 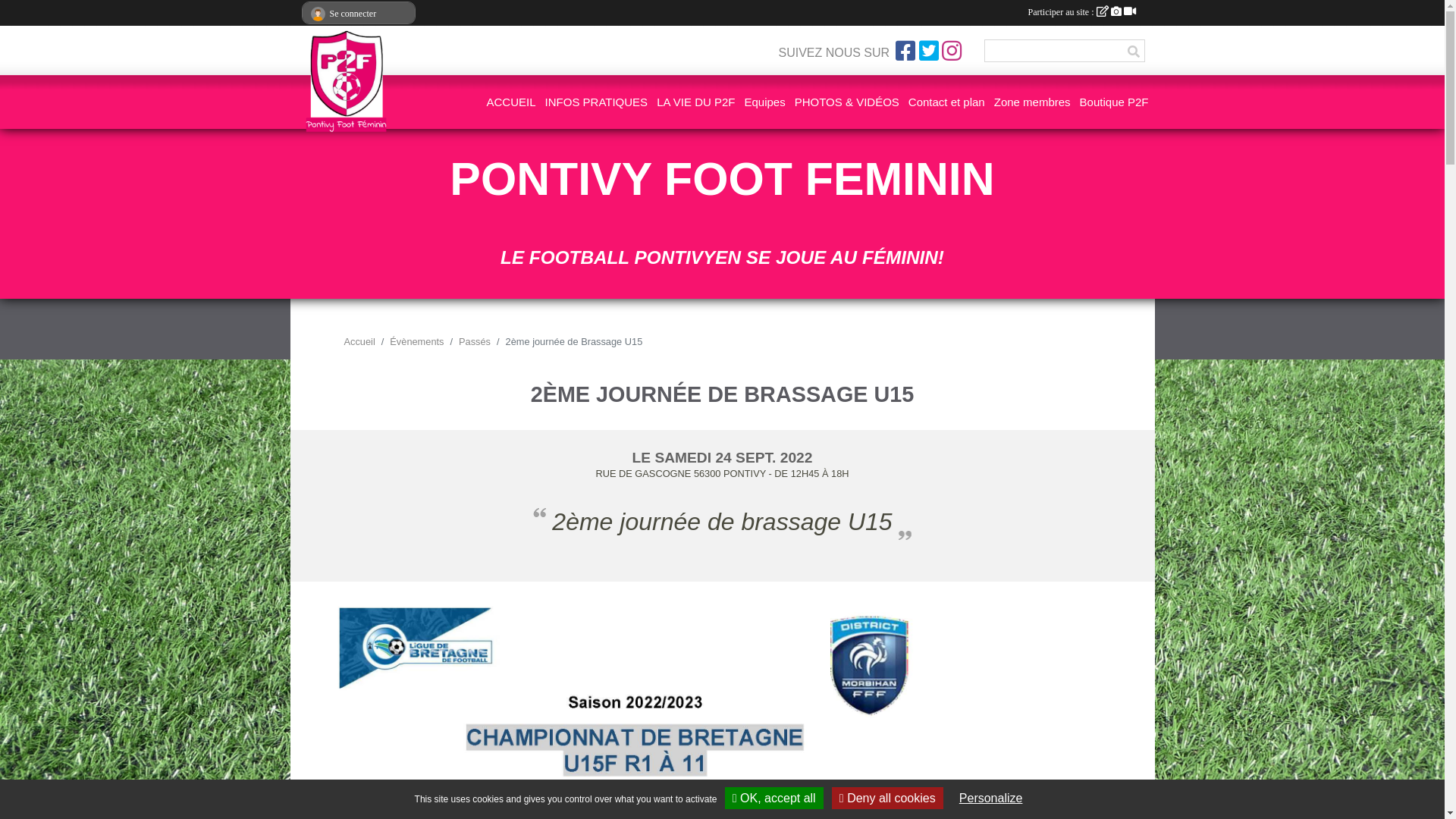 What do you see at coordinates (511, 102) in the screenshot?
I see `'ACCUEIL'` at bounding box center [511, 102].